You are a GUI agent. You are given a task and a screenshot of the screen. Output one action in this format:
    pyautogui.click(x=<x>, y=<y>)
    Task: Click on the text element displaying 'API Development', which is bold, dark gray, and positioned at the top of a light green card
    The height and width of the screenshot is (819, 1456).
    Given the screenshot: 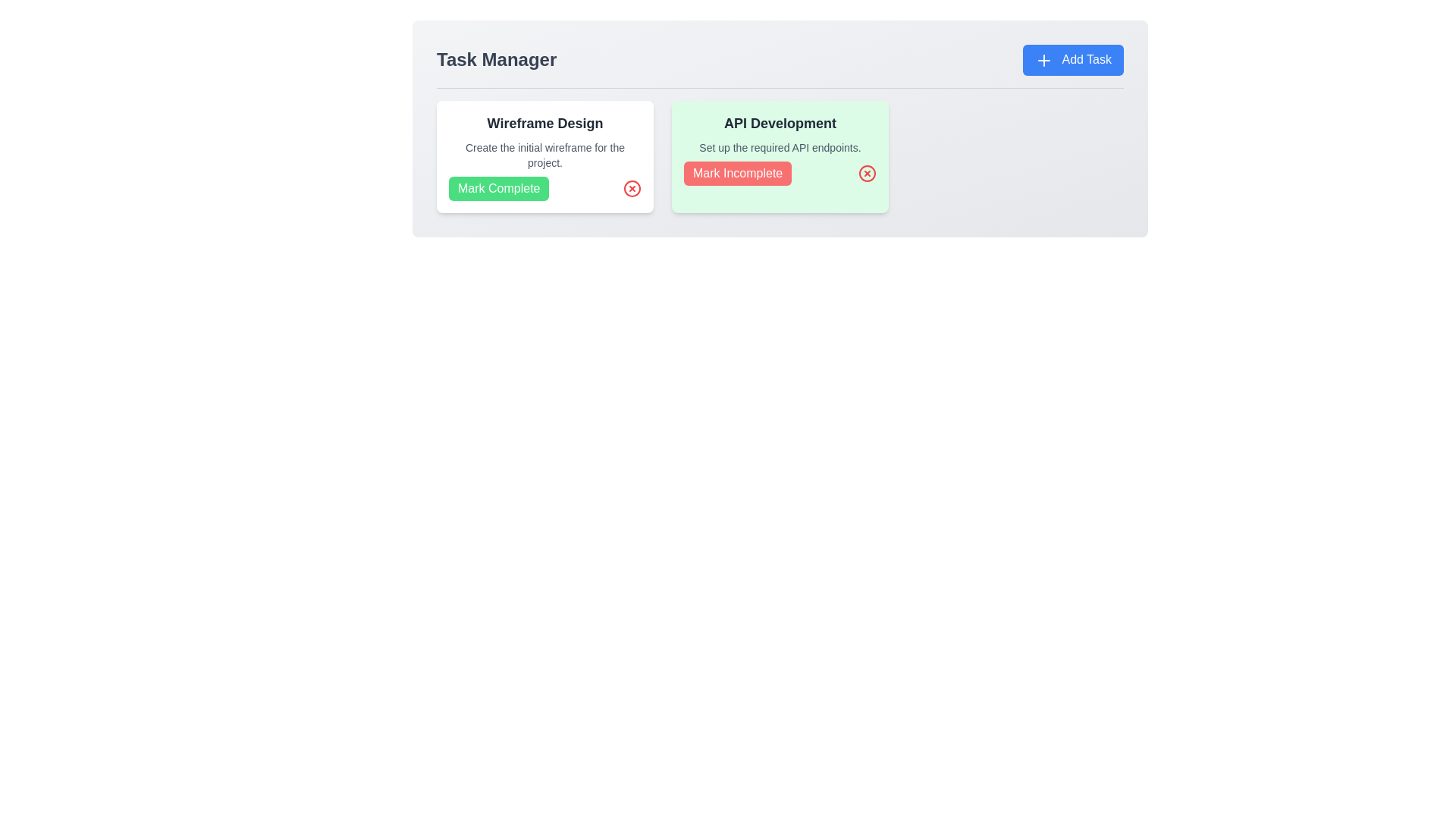 What is the action you would take?
    pyautogui.click(x=780, y=122)
    